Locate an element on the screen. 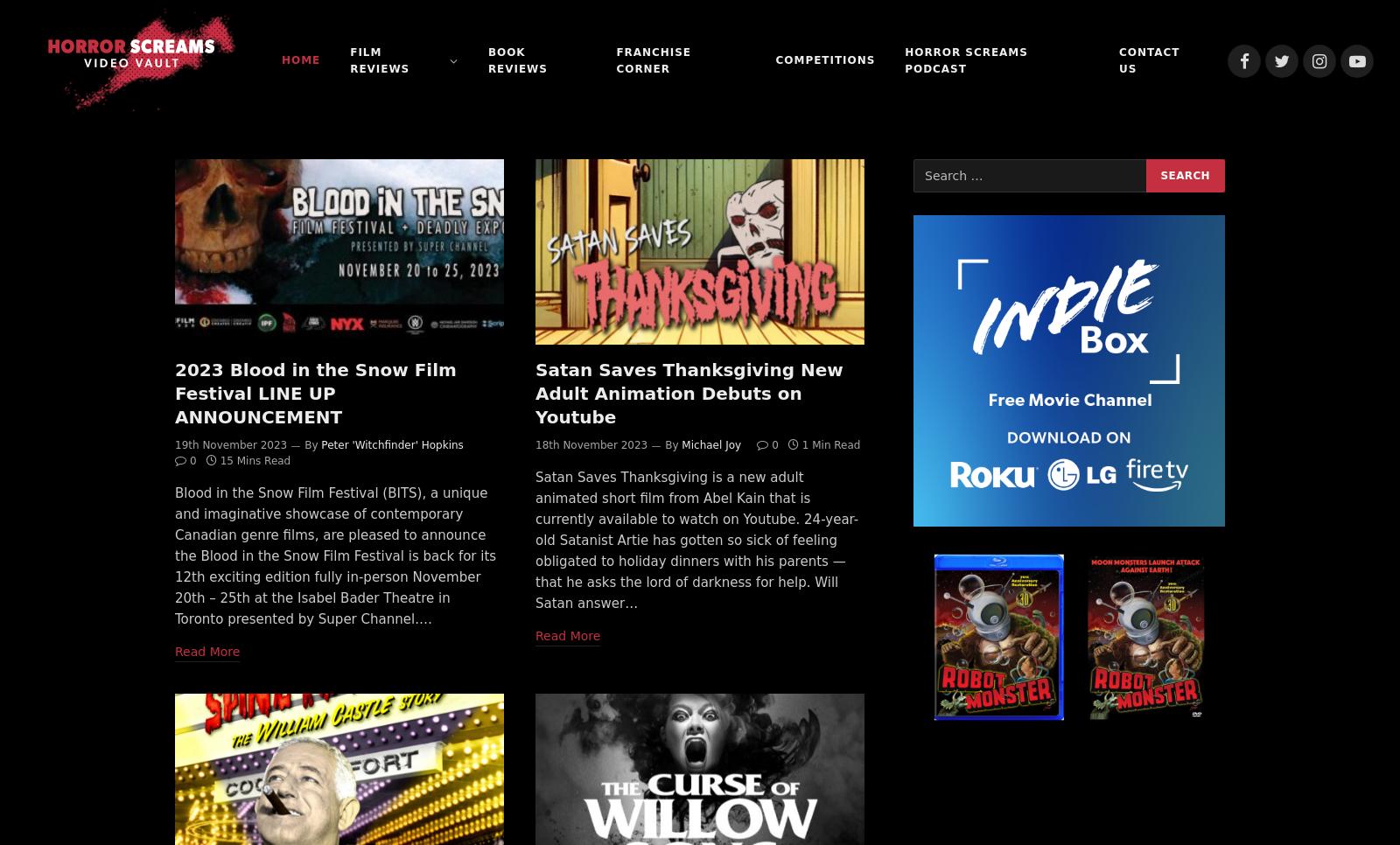 Image resolution: width=1400 pixels, height=845 pixels. '19th November 2023' is located at coordinates (231, 443).